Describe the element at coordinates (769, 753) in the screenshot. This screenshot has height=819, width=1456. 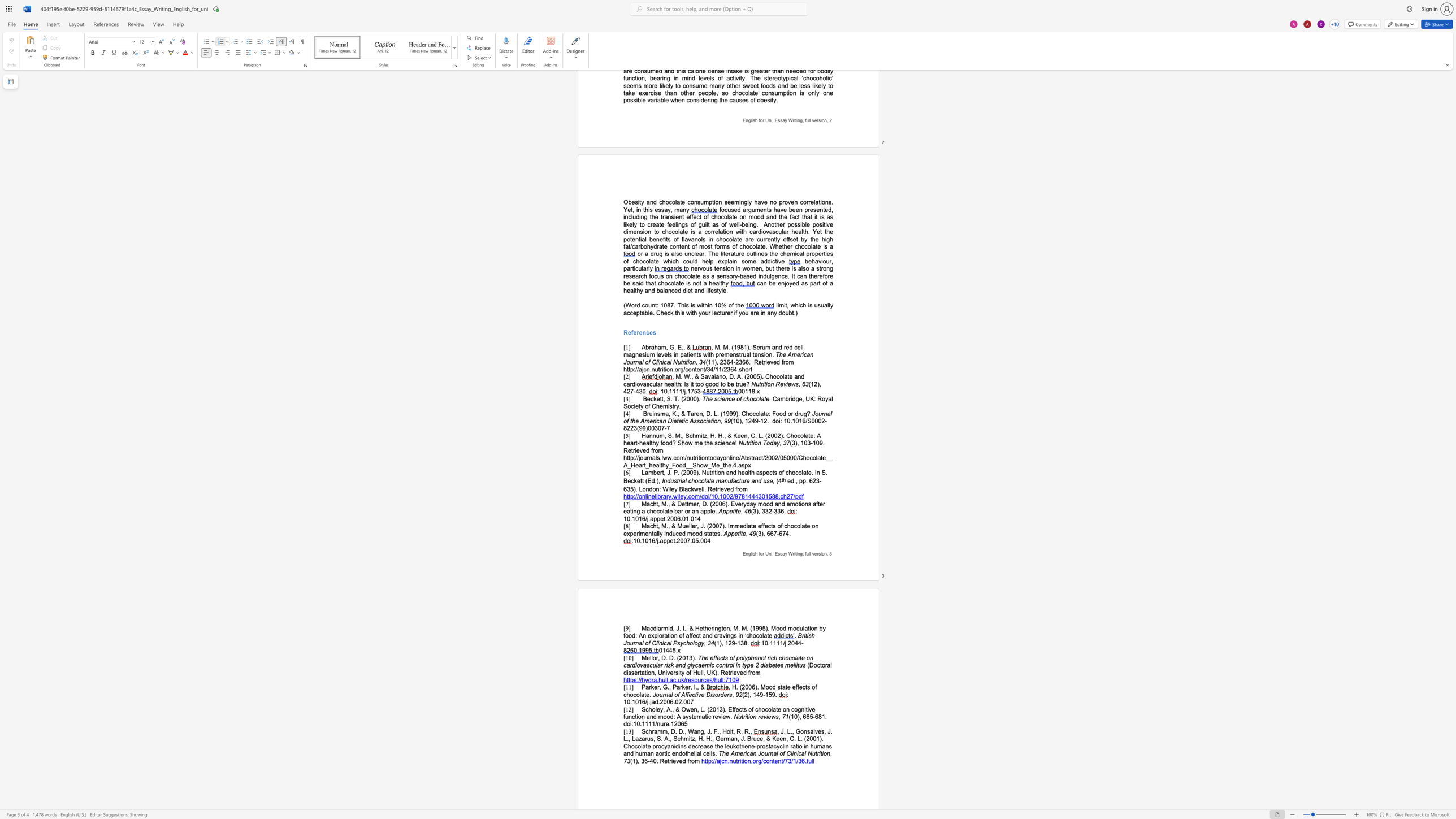
I see `the space between the continuous character "r" and "n" in the text` at that location.